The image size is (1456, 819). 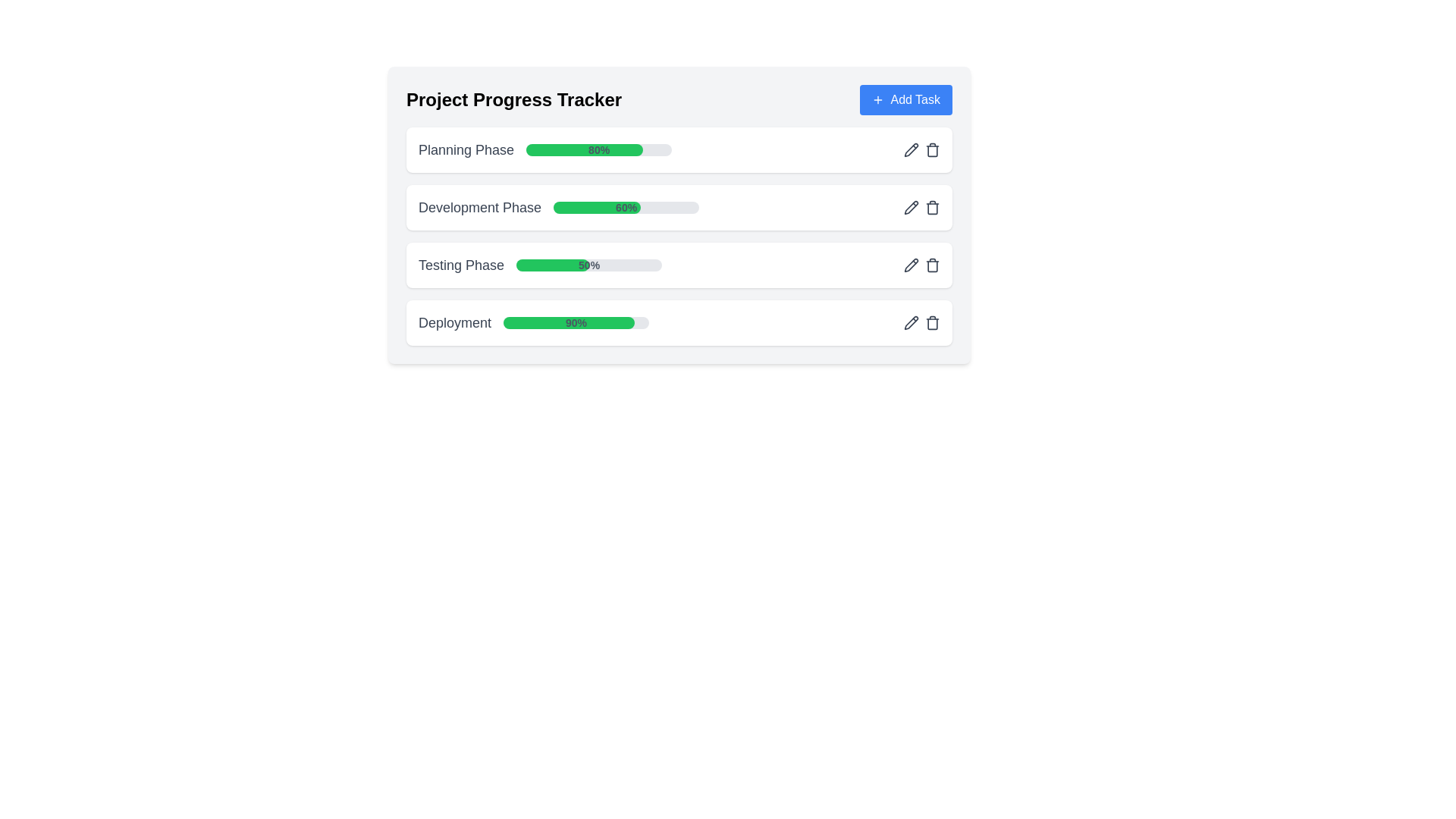 I want to click on the pencil icon button, which is dark gray and positioned to the left of a trash bin icon, so click(x=910, y=149).